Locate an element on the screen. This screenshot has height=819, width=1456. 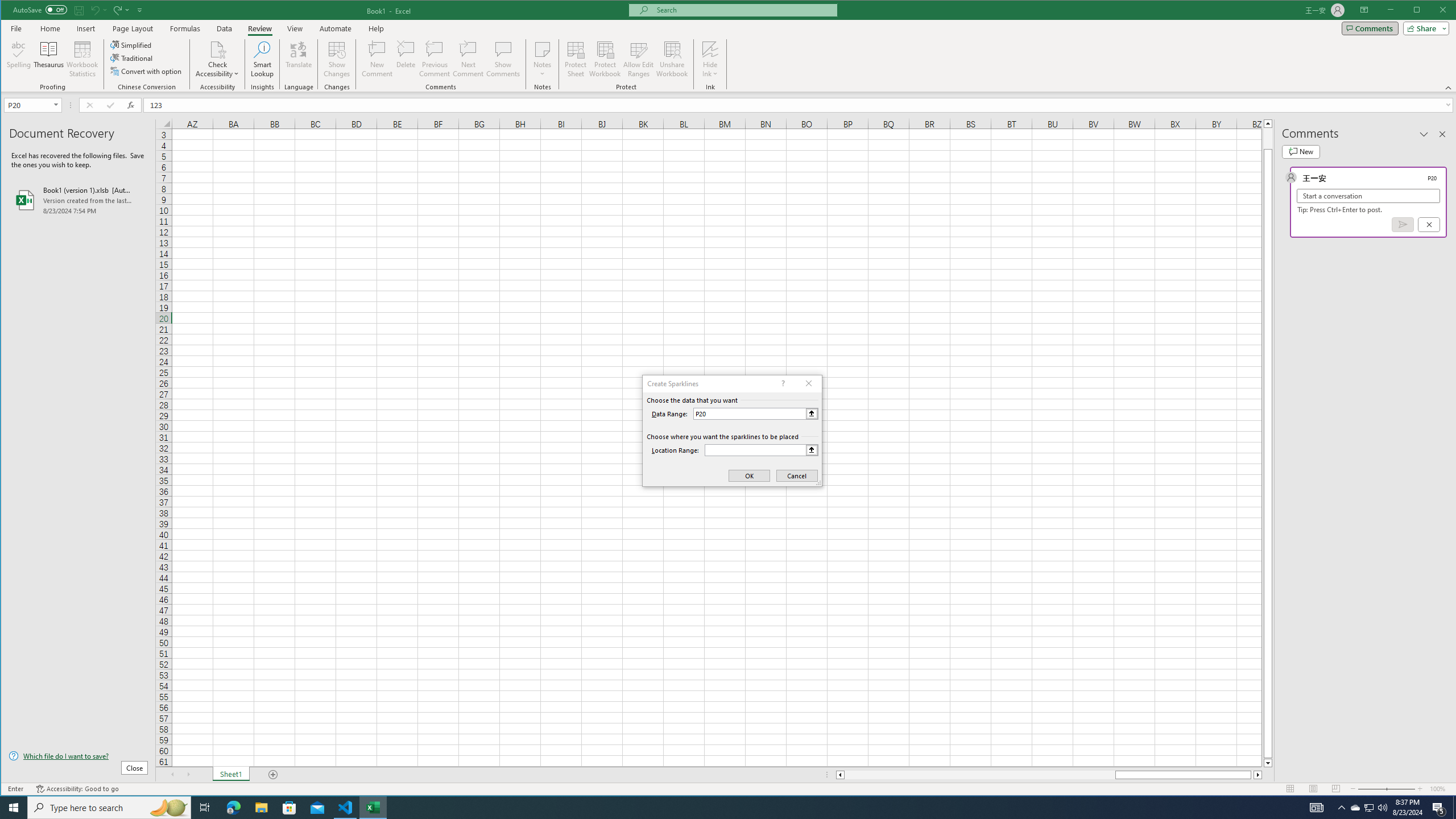
'Scroll Left' is located at coordinates (172, 775).